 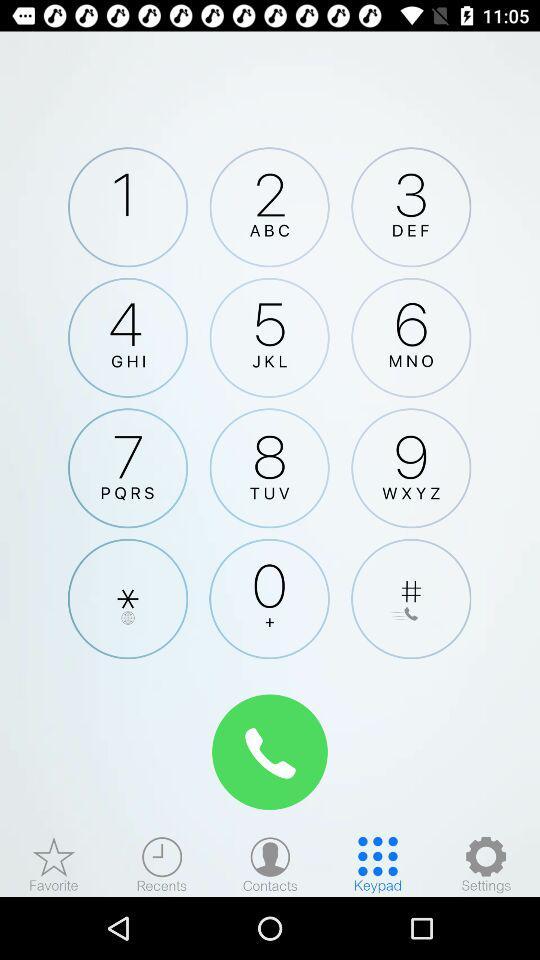 I want to click on button, so click(x=410, y=599).